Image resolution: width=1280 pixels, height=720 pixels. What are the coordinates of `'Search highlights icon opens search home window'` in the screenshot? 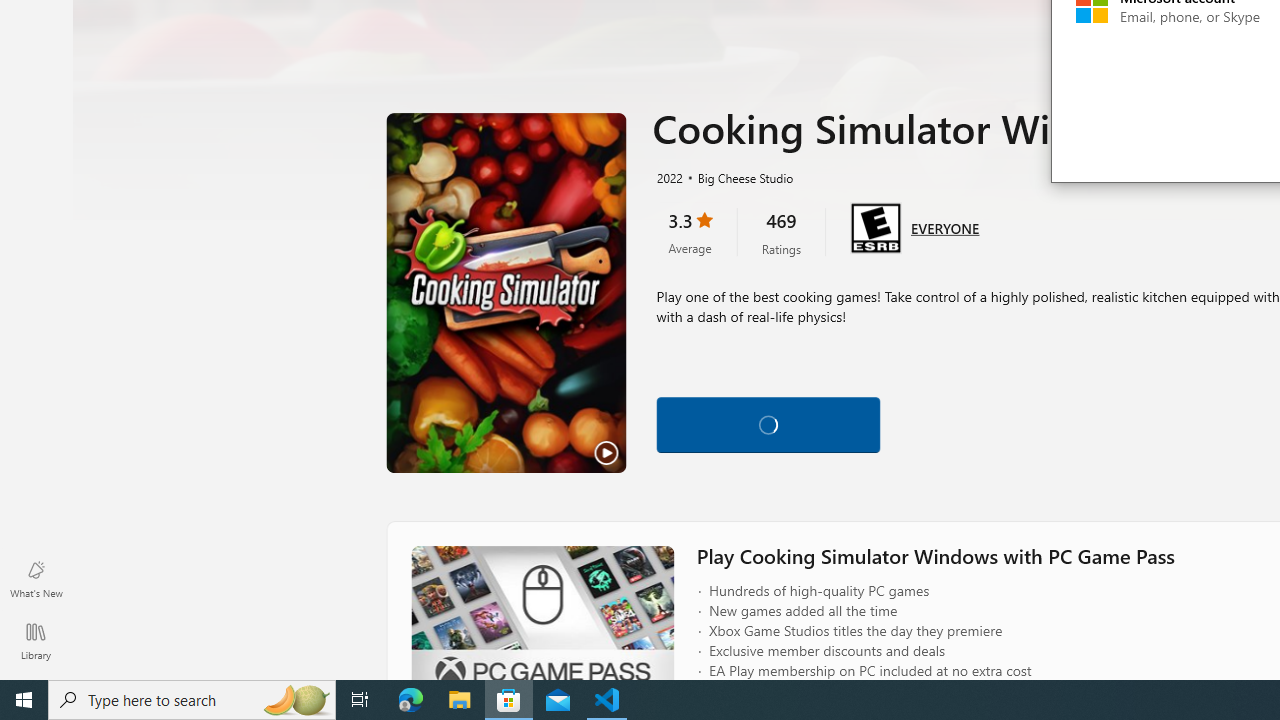 It's located at (294, 698).